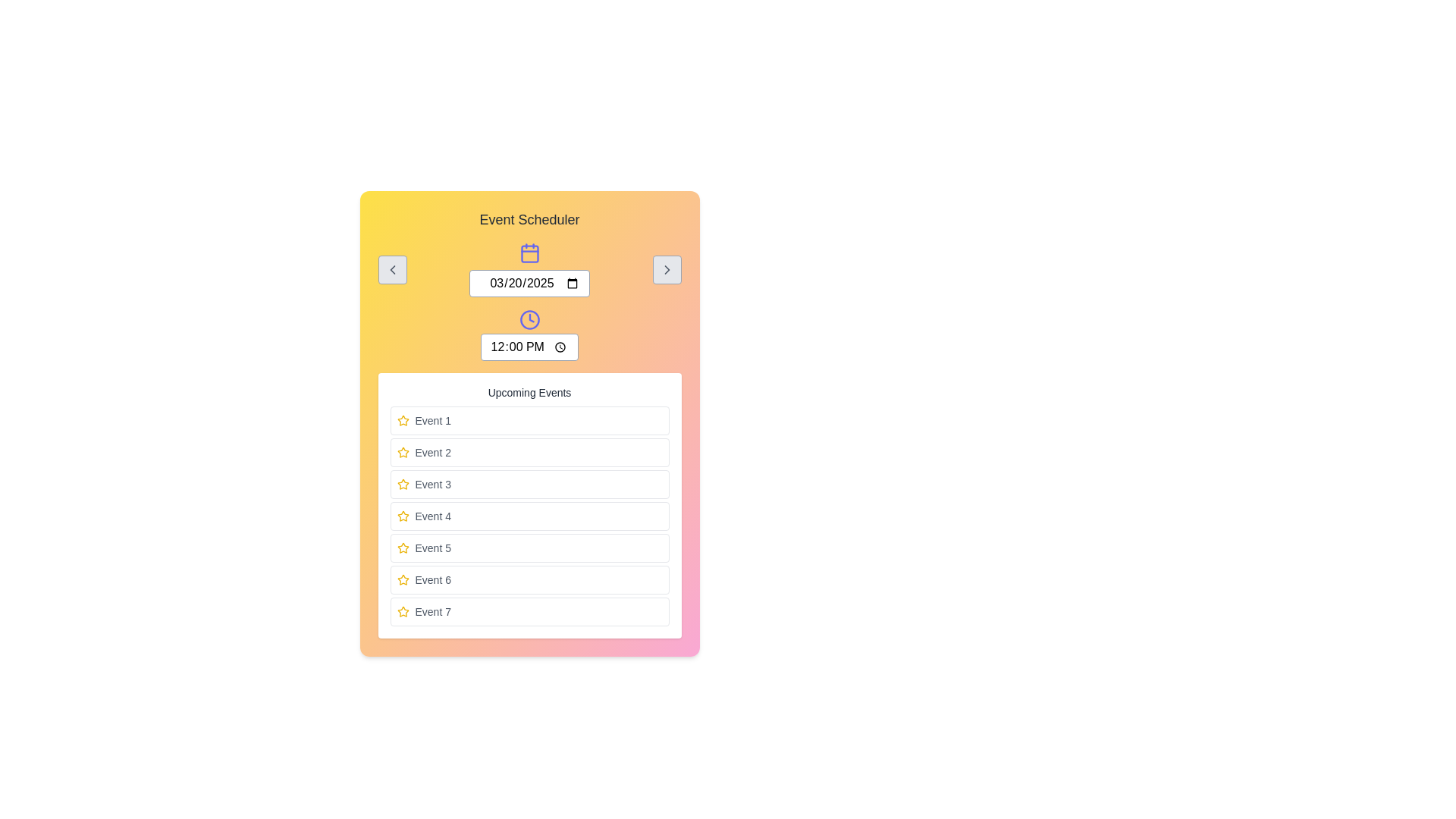  Describe the element at coordinates (667, 268) in the screenshot. I see `the small arrow-like graphic symbol pointing to the right, which is part of an SVG element and located in the top-right corner of the interface` at that location.